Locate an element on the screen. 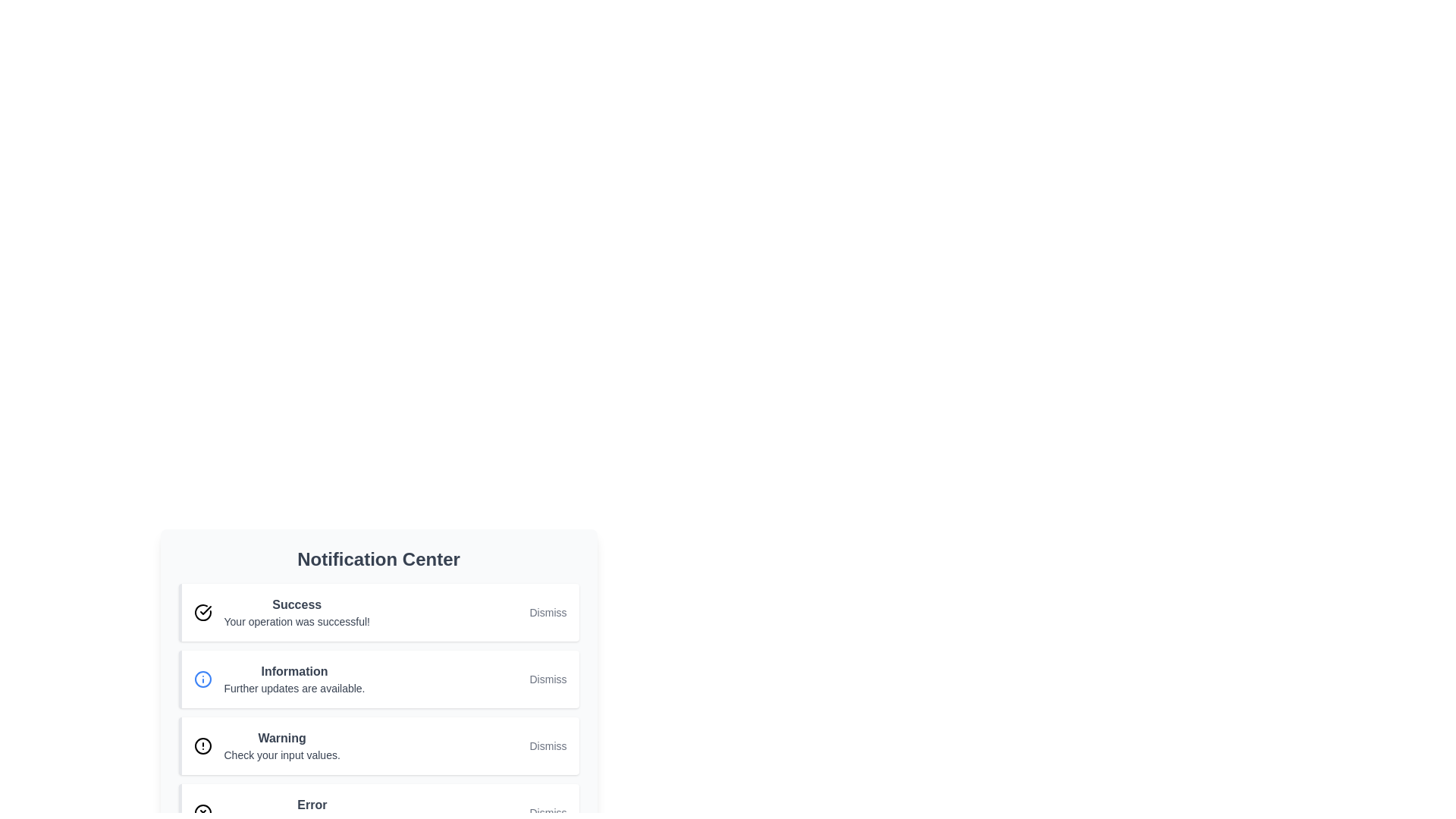 This screenshot has width=1456, height=819. the warning icon located to the left of the 'Warning' notification in the third row of the Notification Center panel is located at coordinates (202, 745).